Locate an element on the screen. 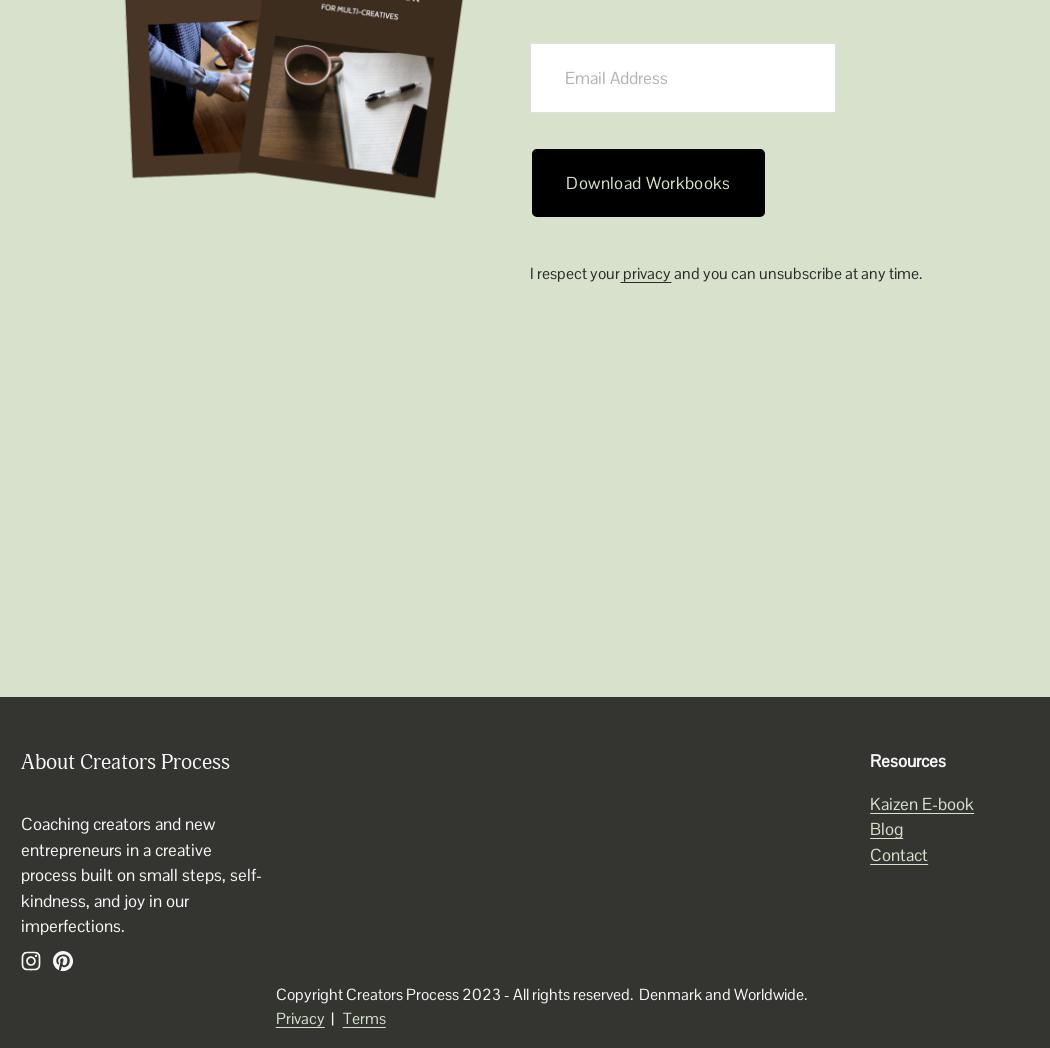 This screenshot has height=1048, width=1050. 'Contact' is located at coordinates (898, 854).